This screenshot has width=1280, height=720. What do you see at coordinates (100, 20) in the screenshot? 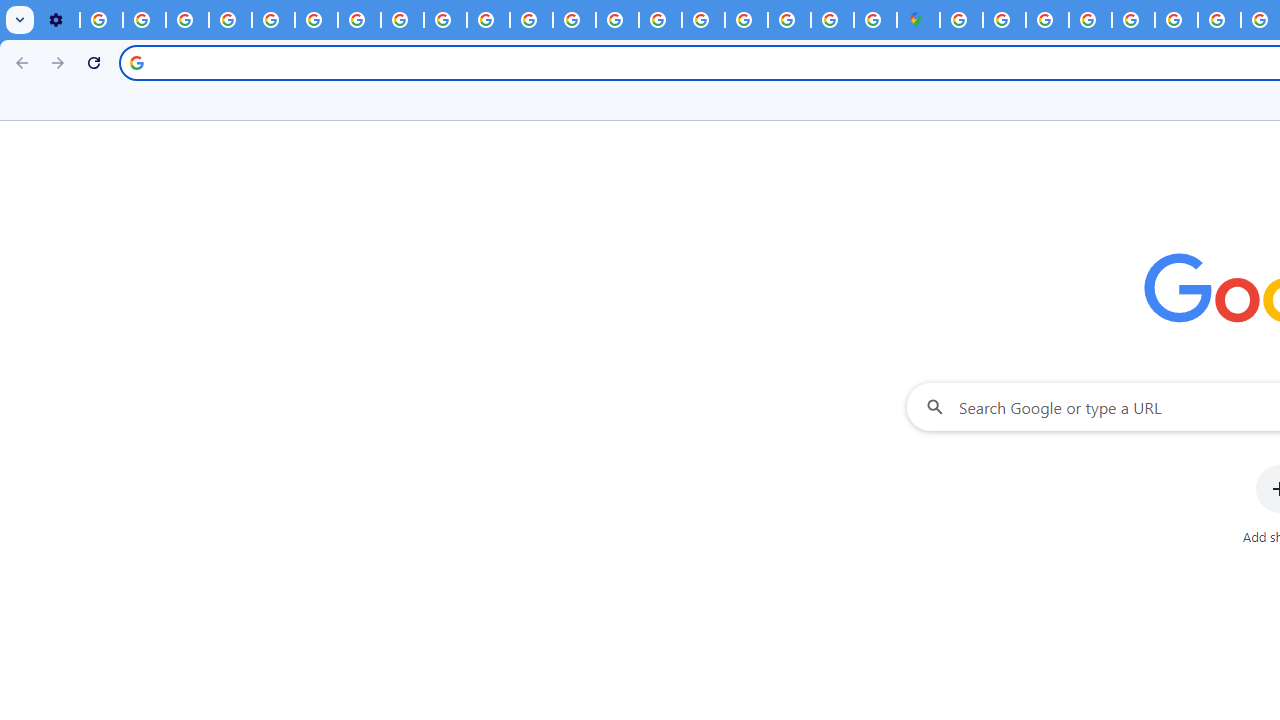
I see `'Delete photos & videos - Computer - Google Photos Help'` at bounding box center [100, 20].